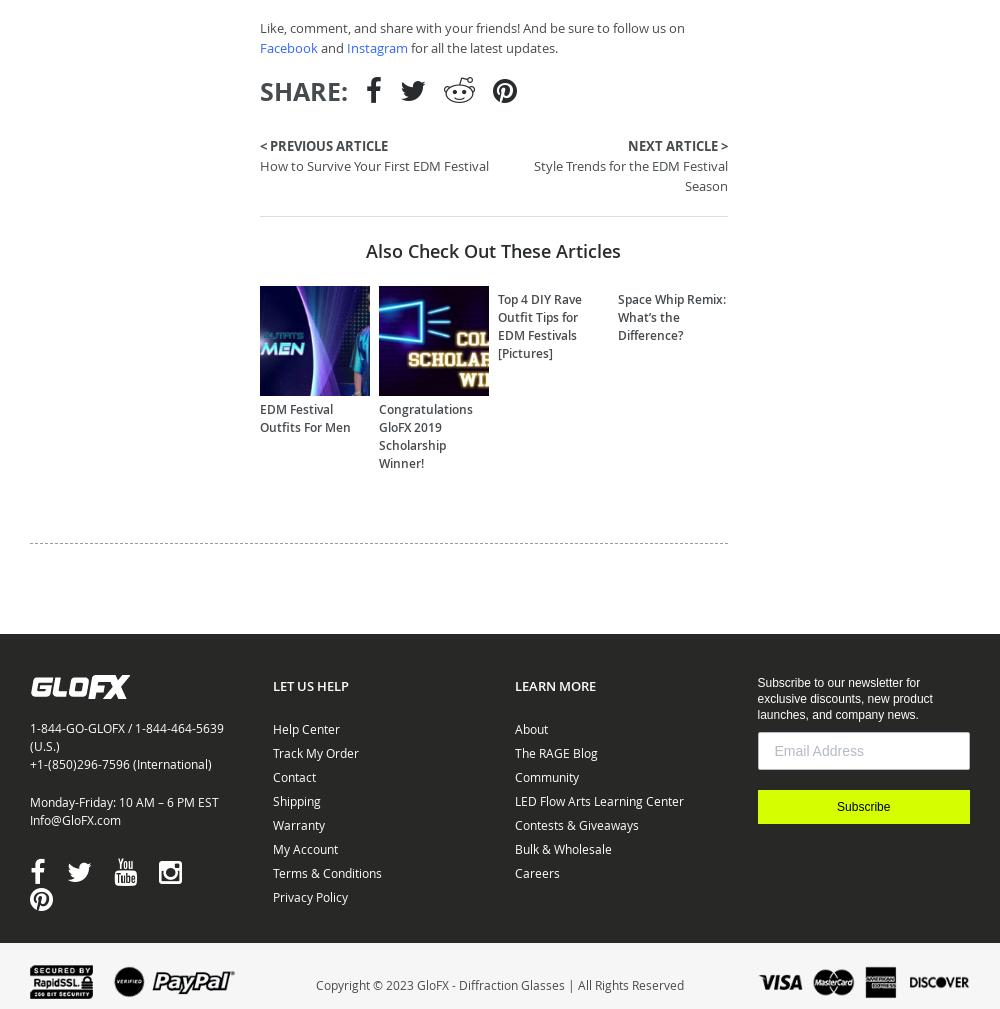 Image resolution: width=1000 pixels, height=1009 pixels. I want to click on 'Info@GloFX.com', so click(74, 819).